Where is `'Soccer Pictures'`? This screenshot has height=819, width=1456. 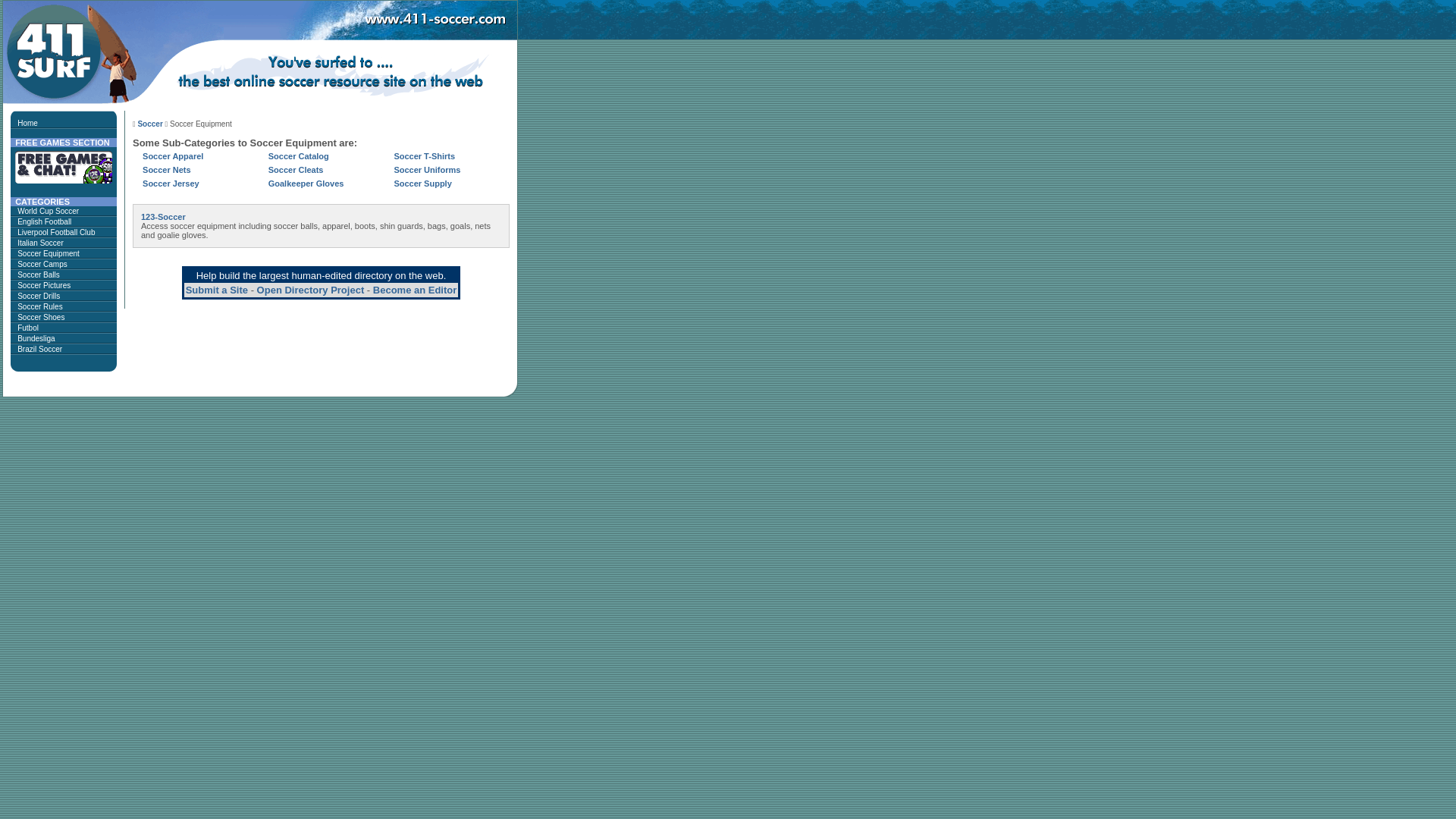 'Soccer Pictures' is located at coordinates (17, 285).